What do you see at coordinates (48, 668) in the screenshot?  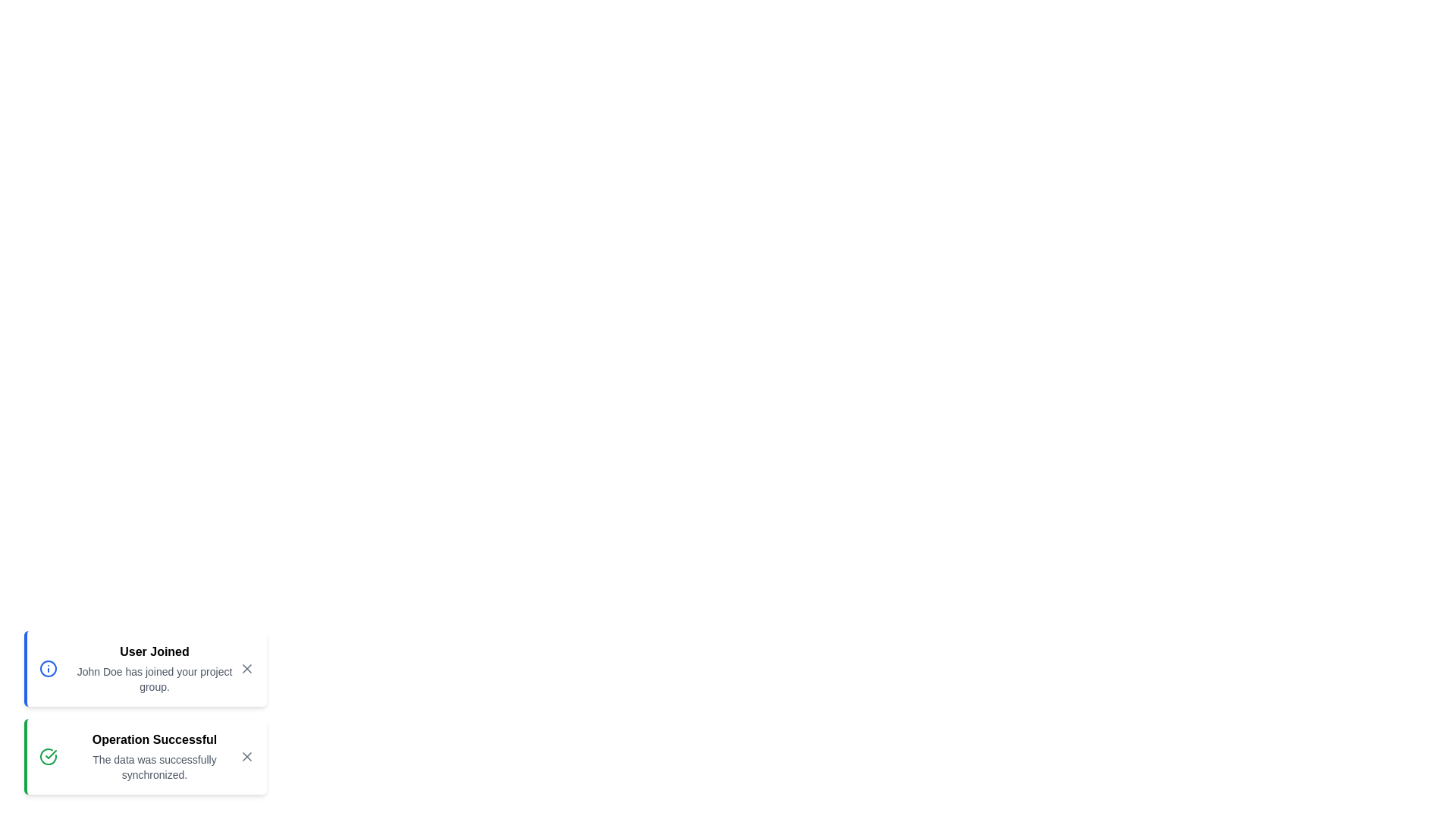 I see `the icon representing the notification type in the notification bar` at bounding box center [48, 668].